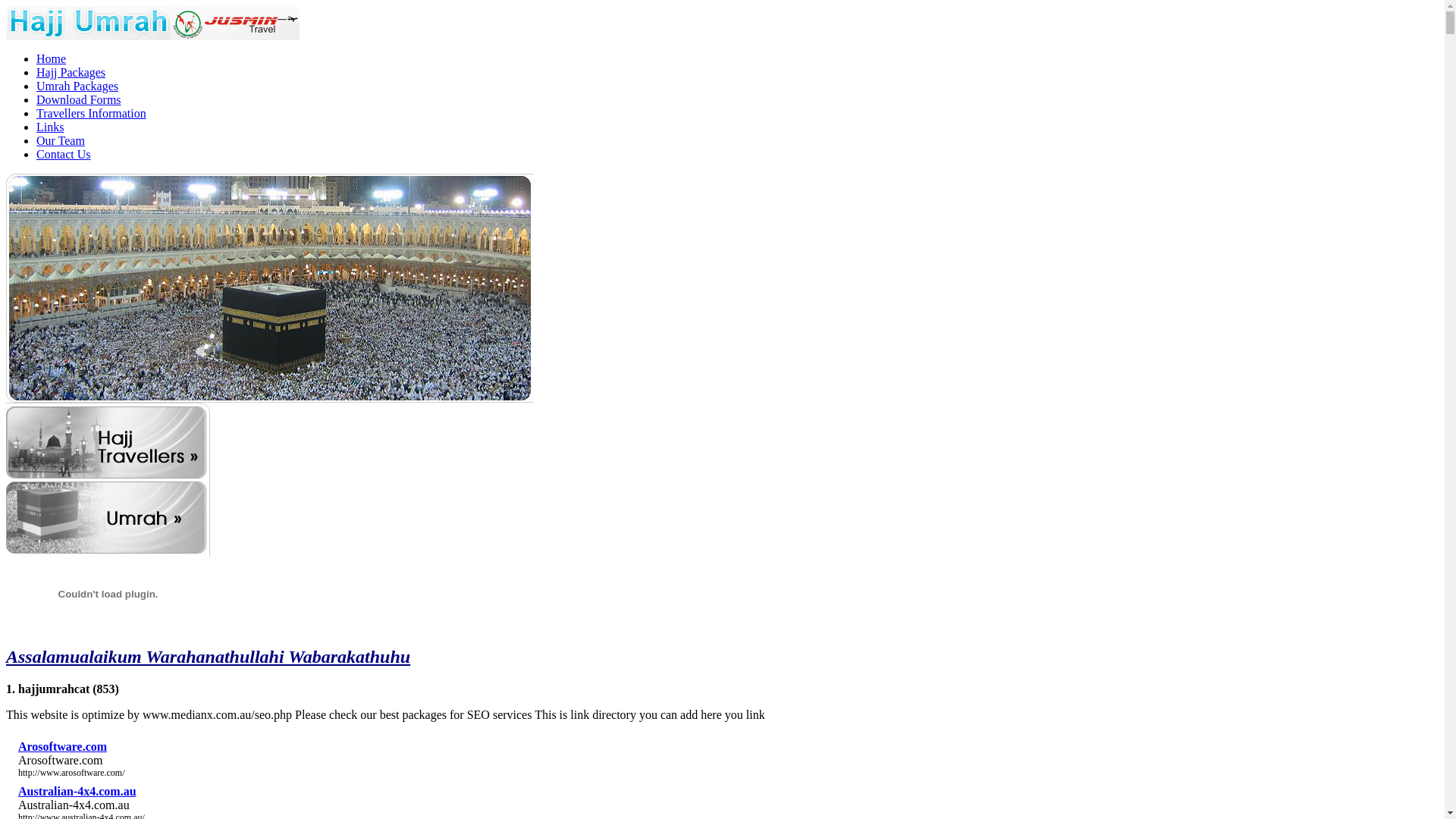 This screenshot has width=1456, height=819. I want to click on 'Contact Us', so click(62, 154).